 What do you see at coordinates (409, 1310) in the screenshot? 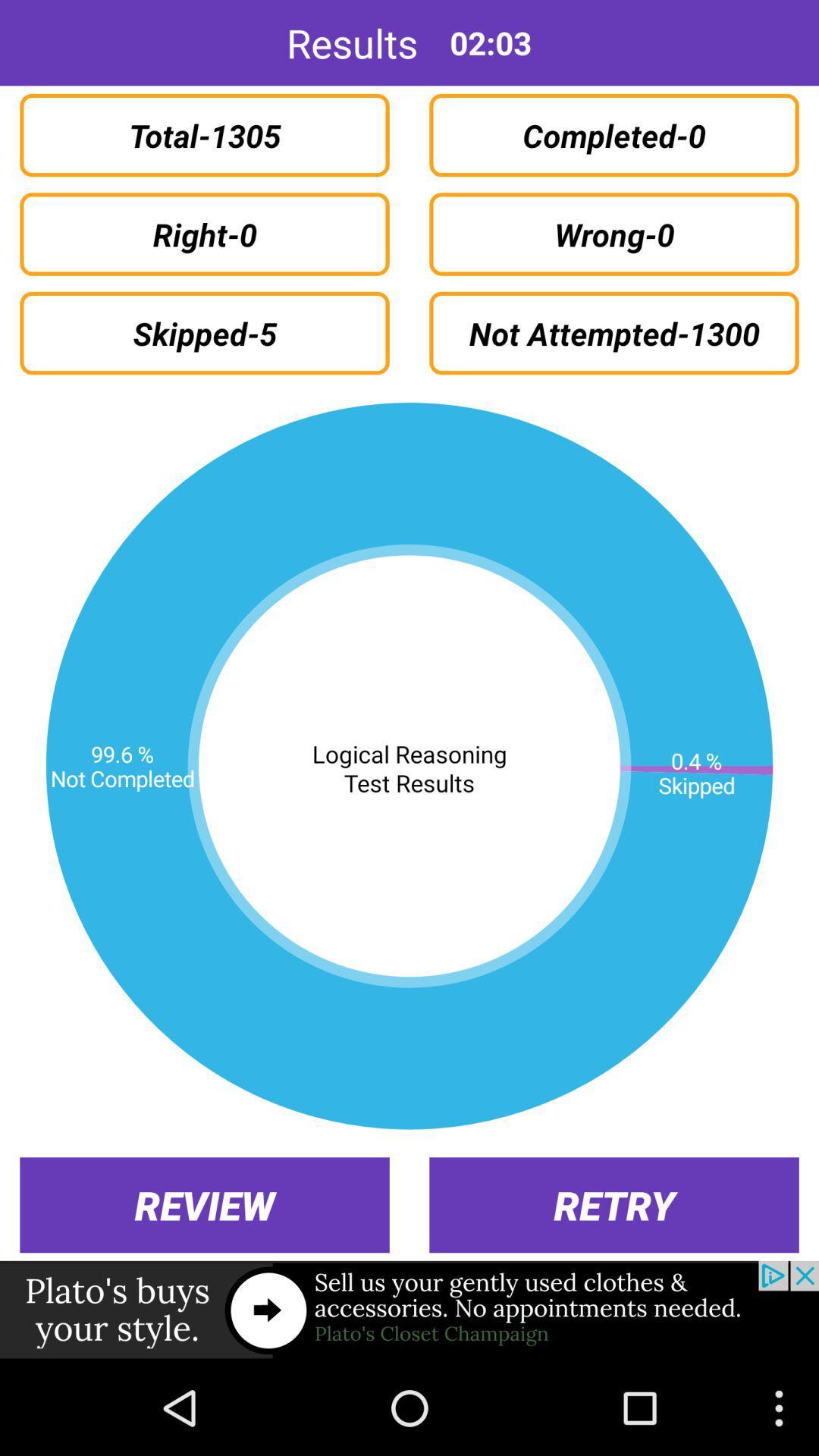
I see `open advertisement` at bounding box center [409, 1310].